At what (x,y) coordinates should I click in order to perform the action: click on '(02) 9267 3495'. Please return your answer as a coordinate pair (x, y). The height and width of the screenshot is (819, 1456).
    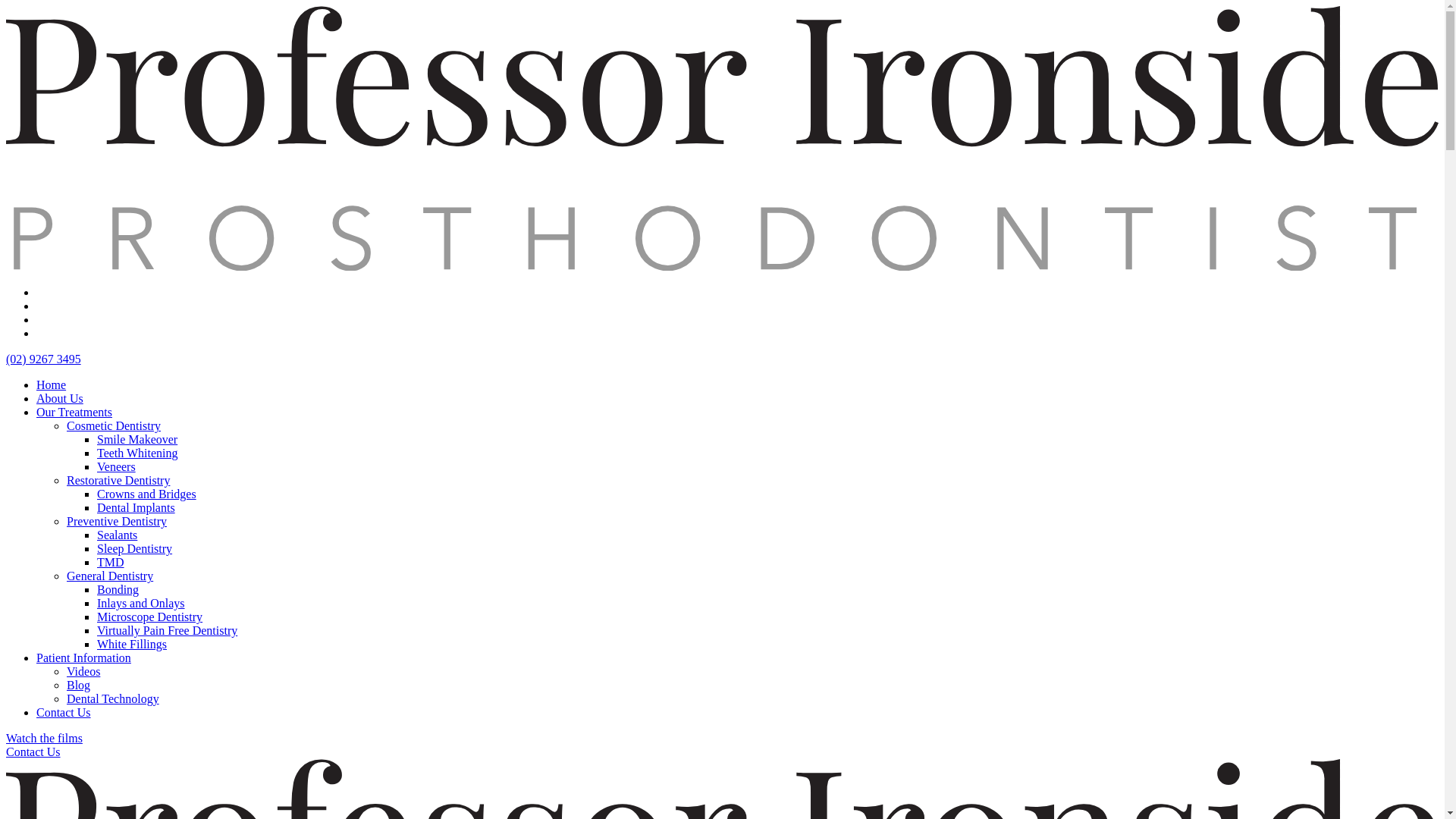
    Looking at the image, I should click on (43, 359).